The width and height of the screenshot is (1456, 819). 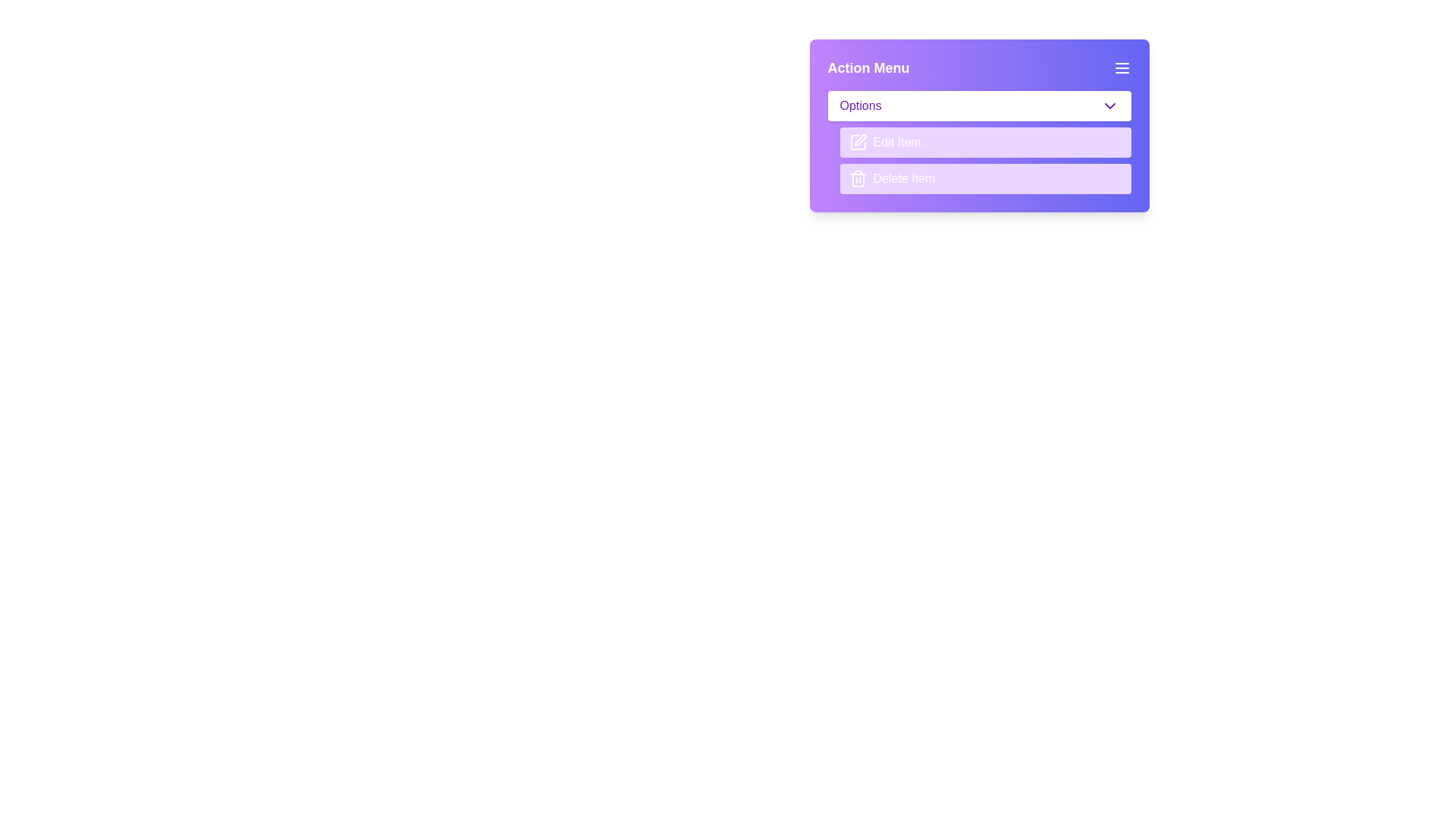 I want to click on the Decorative icon, which is a segment of a square icon with a line extending into it, representing a part of a pen or writing tool, located to the left of the text 'Edit Item', so click(x=858, y=143).